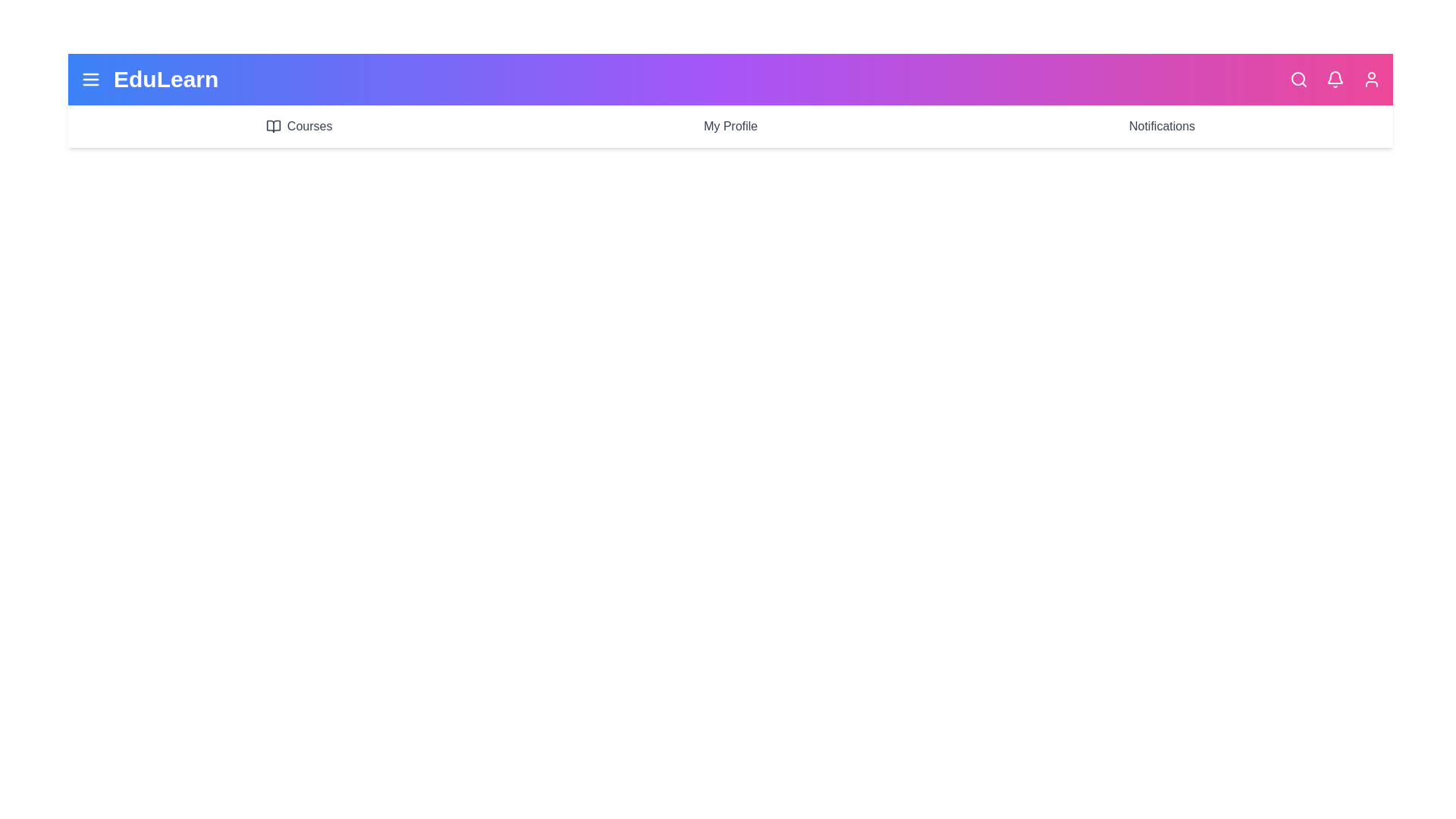  What do you see at coordinates (1298, 79) in the screenshot?
I see `the search icon to observe its hover effect` at bounding box center [1298, 79].